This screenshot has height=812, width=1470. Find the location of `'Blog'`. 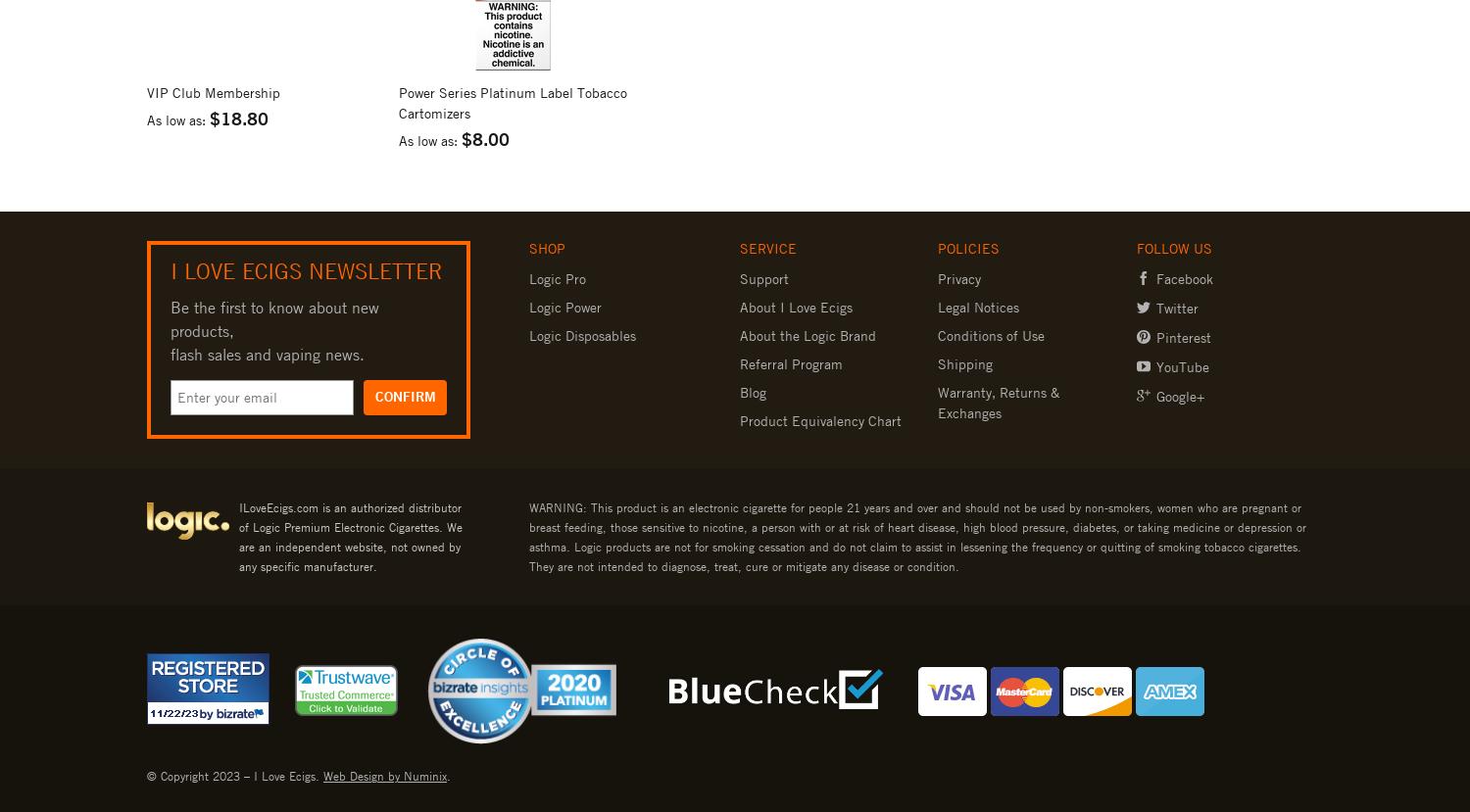

'Blog' is located at coordinates (752, 390).